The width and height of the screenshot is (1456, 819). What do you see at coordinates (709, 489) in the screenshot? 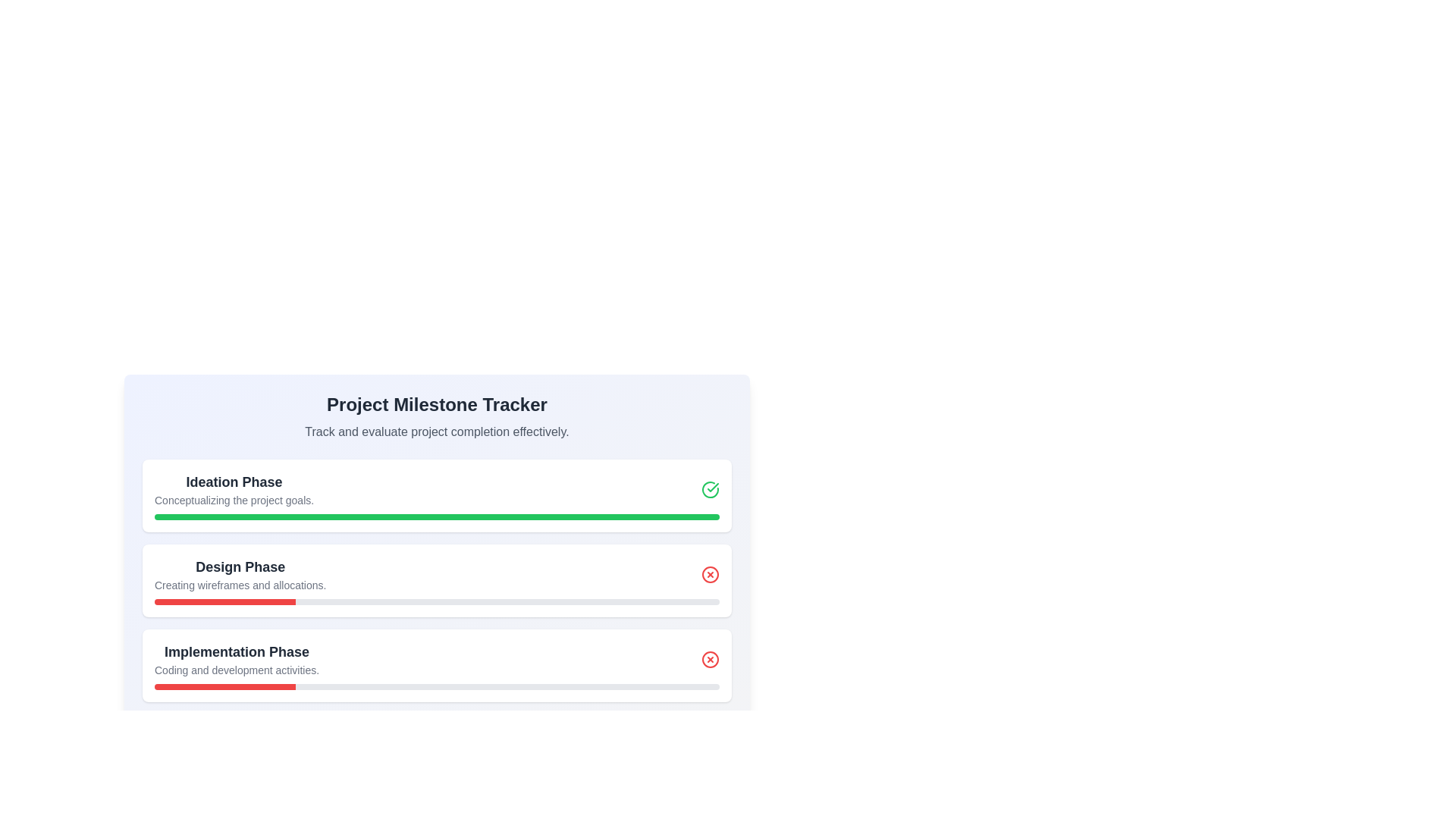
I see `the checkmark icon within a circle, which is outlined in green and located at the right end of the 'Ideation Phase' section` at bounding box center [709, 489].